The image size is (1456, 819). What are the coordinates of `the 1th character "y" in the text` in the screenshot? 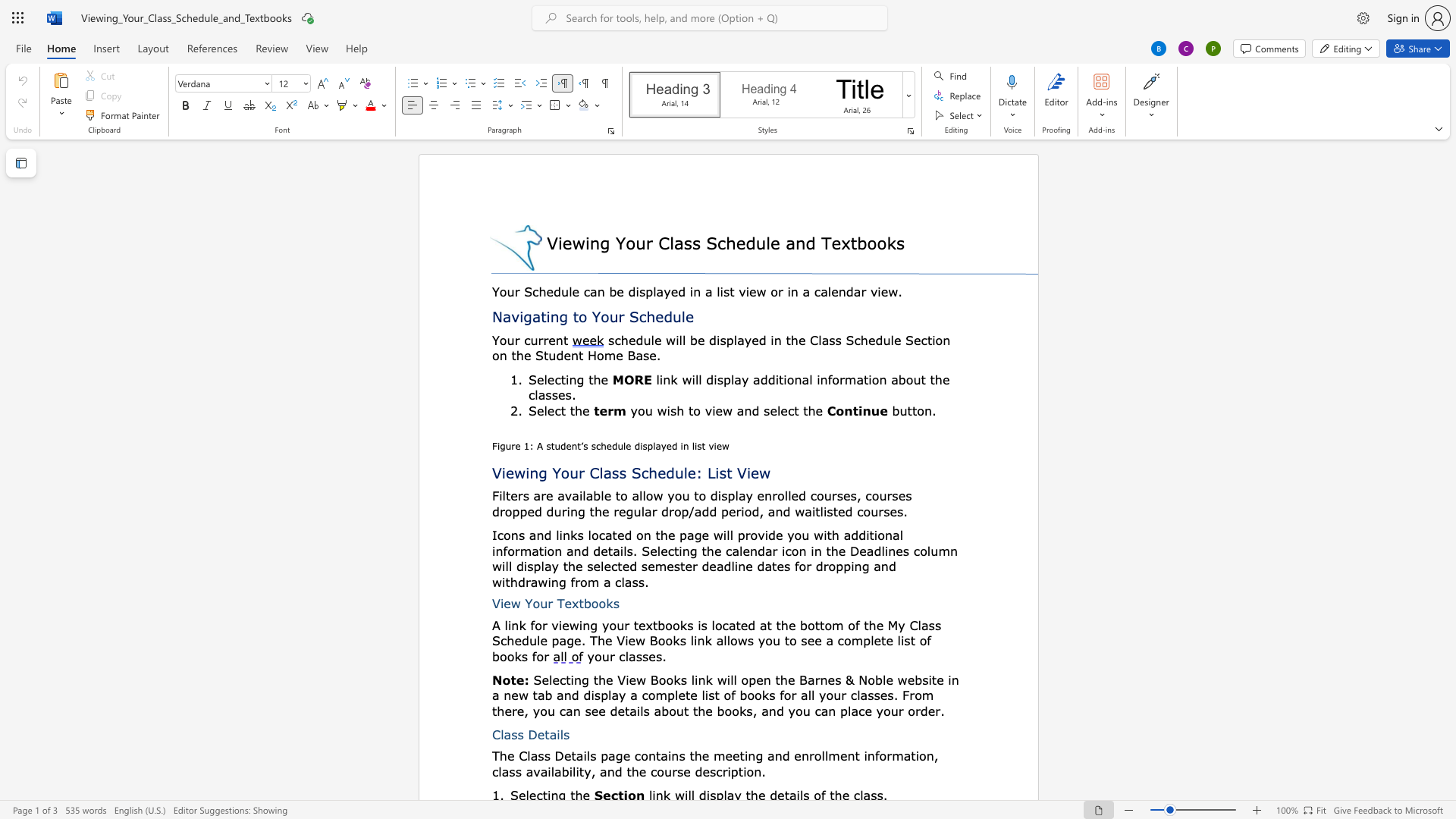 It's located at (902, 625).